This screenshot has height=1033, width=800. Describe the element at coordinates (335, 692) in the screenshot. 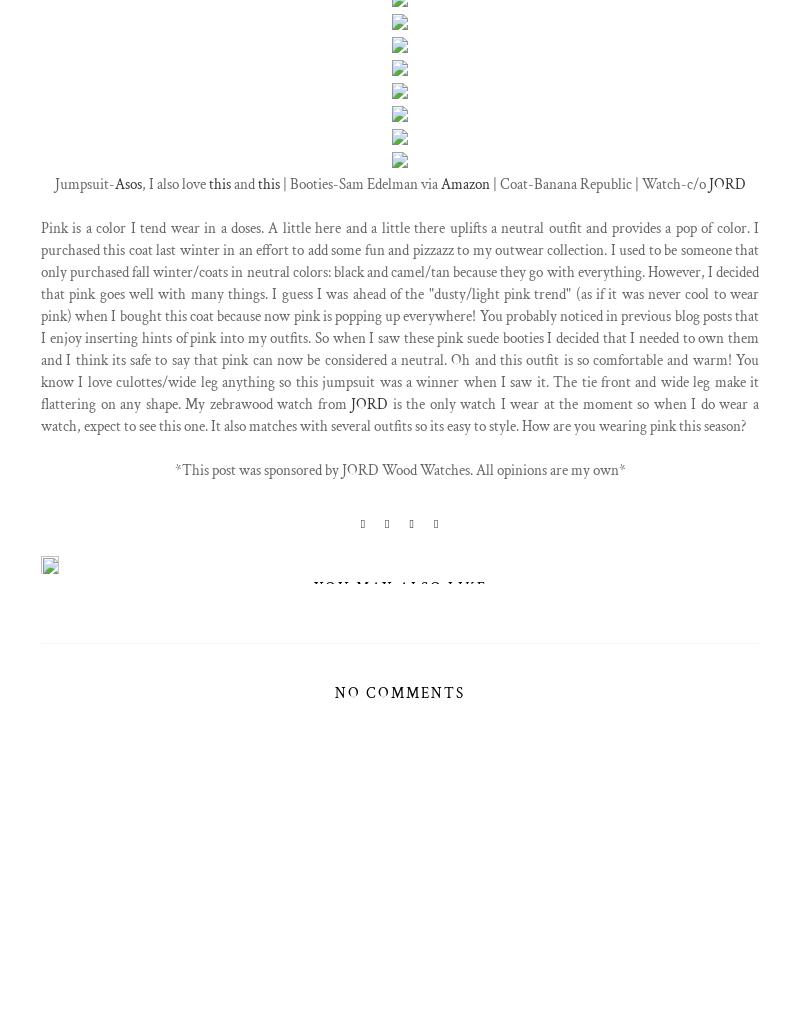

I see `'No comments'` at that location.